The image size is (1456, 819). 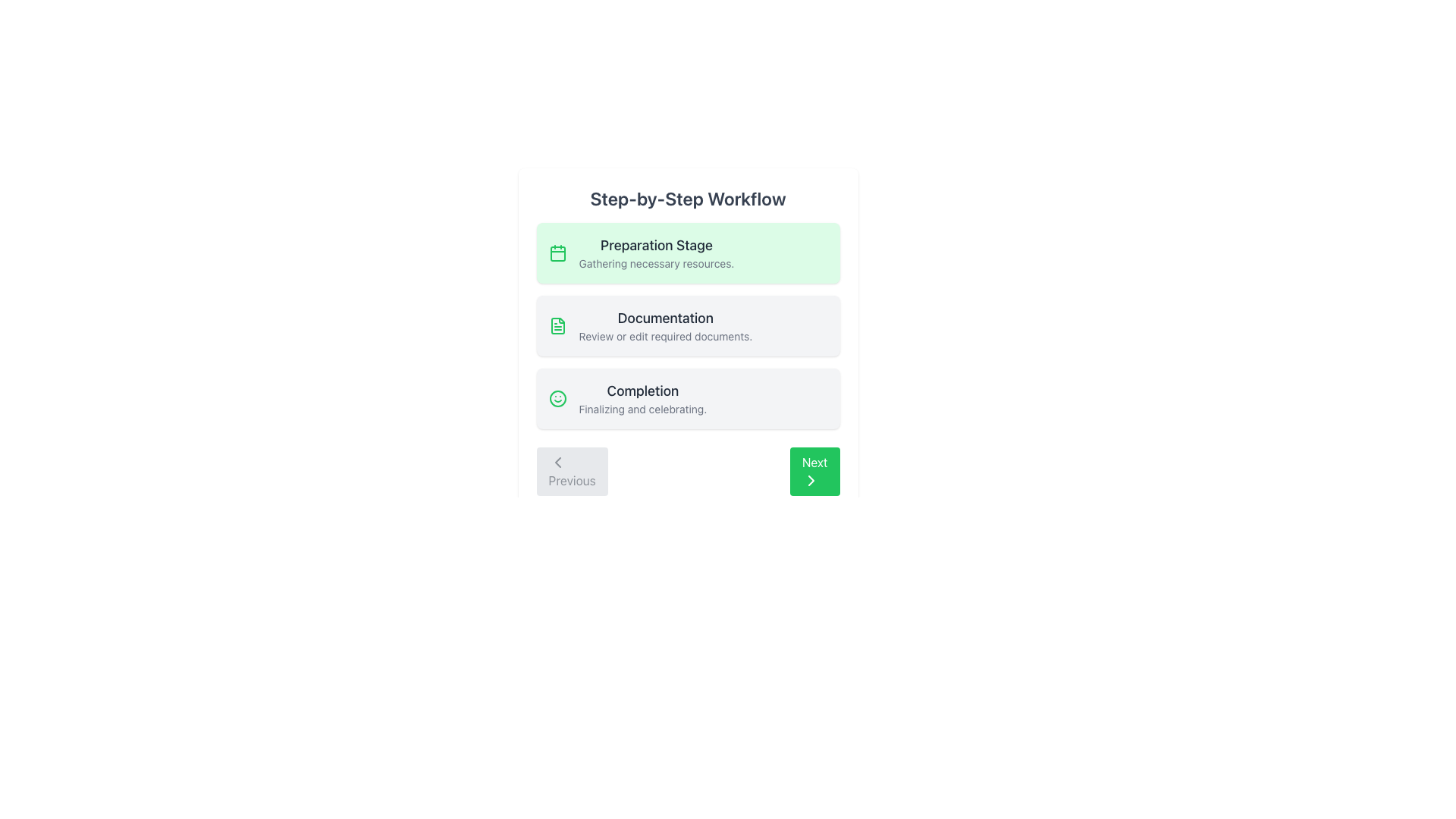 What do you see at coordinates (571, 470) in the screenshot?
I see `the 'Previous' button located in the bottom-left corner of the navigation bar` at bounding box center [571, 470].